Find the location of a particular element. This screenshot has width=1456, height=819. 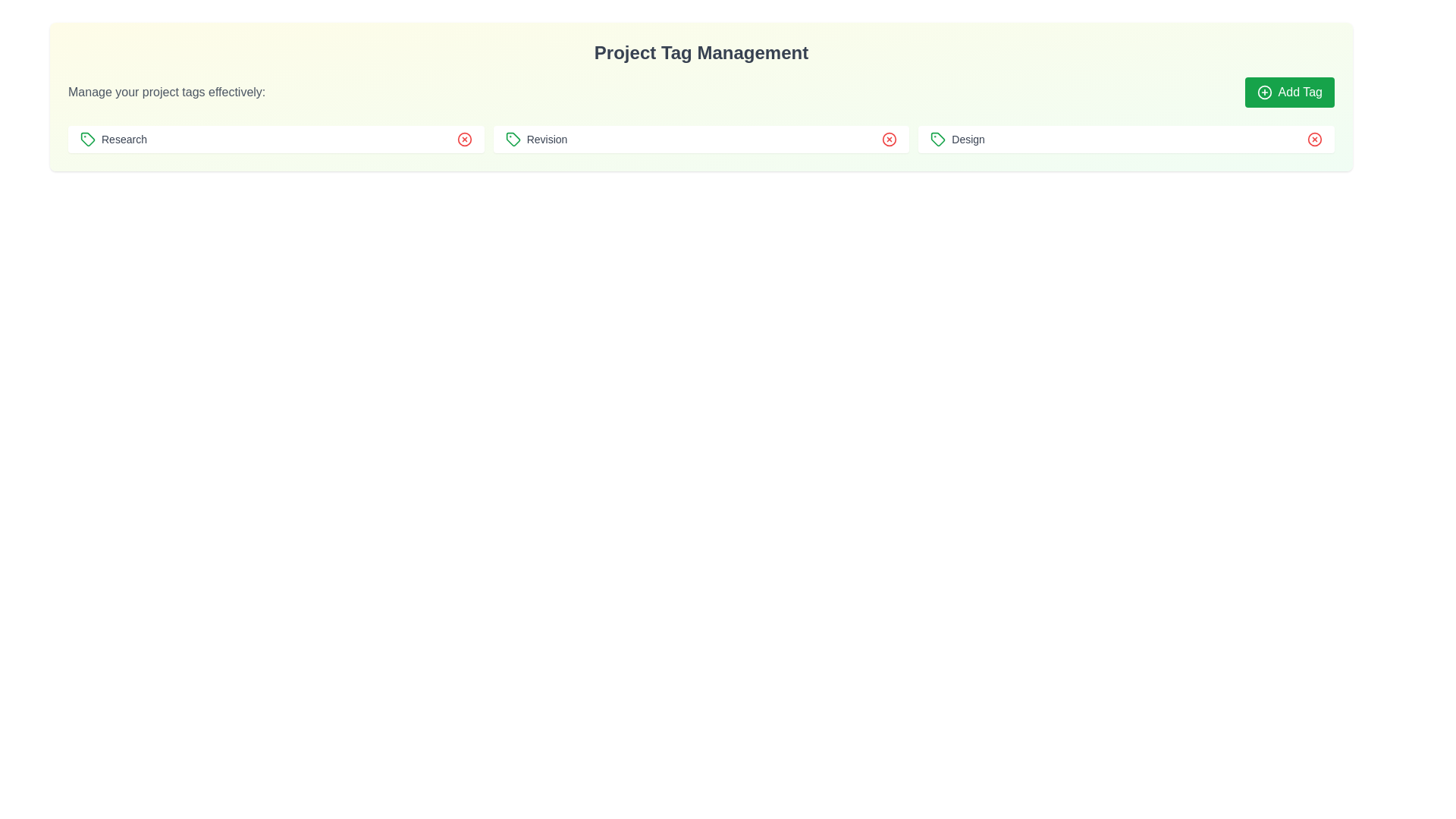

the 'Research' tag element is located at coordinates (276, 140).